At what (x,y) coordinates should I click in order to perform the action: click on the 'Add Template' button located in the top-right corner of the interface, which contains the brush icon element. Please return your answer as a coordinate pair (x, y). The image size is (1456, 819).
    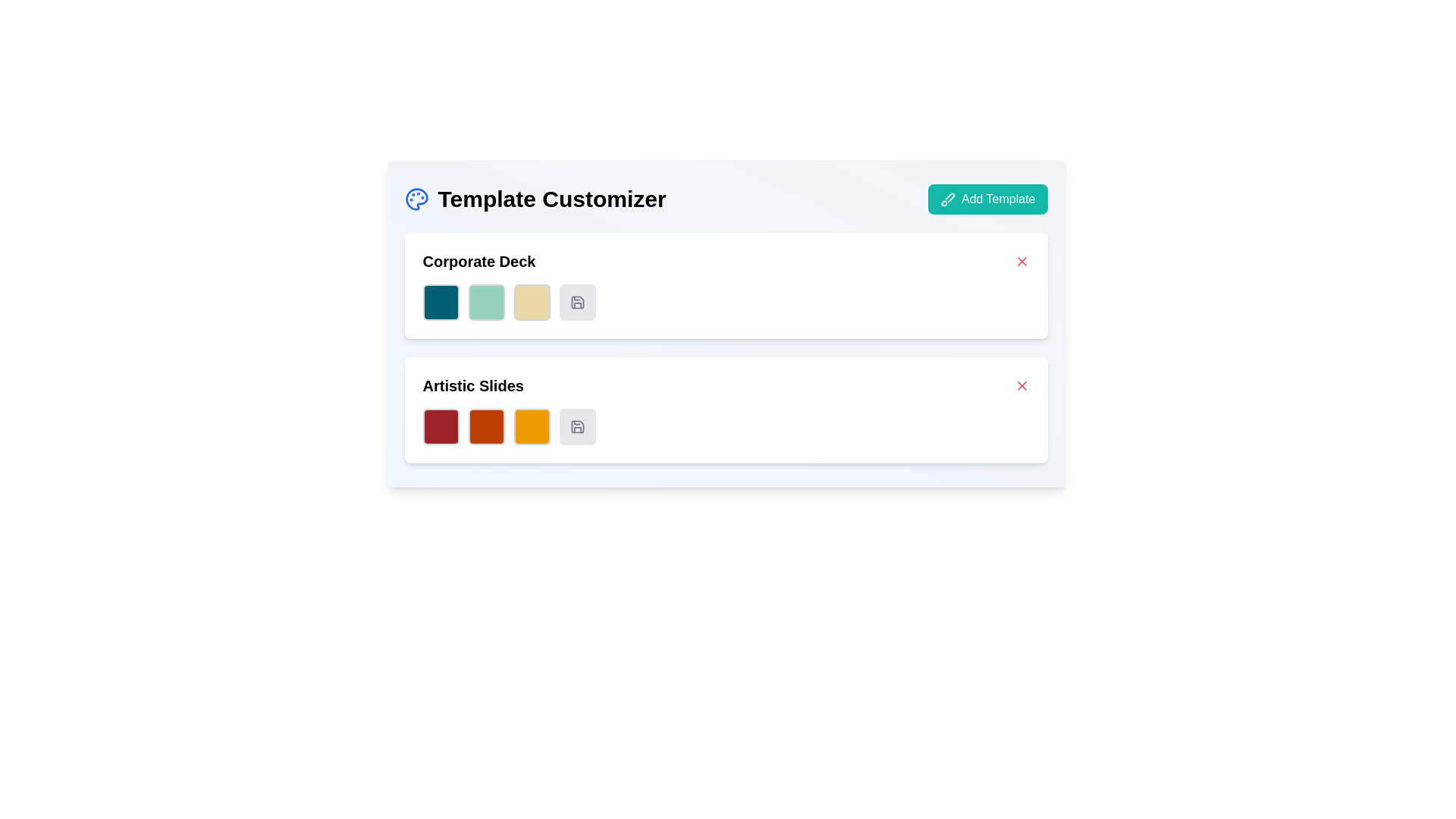
    Looking at the image, I should click on (949, 196).